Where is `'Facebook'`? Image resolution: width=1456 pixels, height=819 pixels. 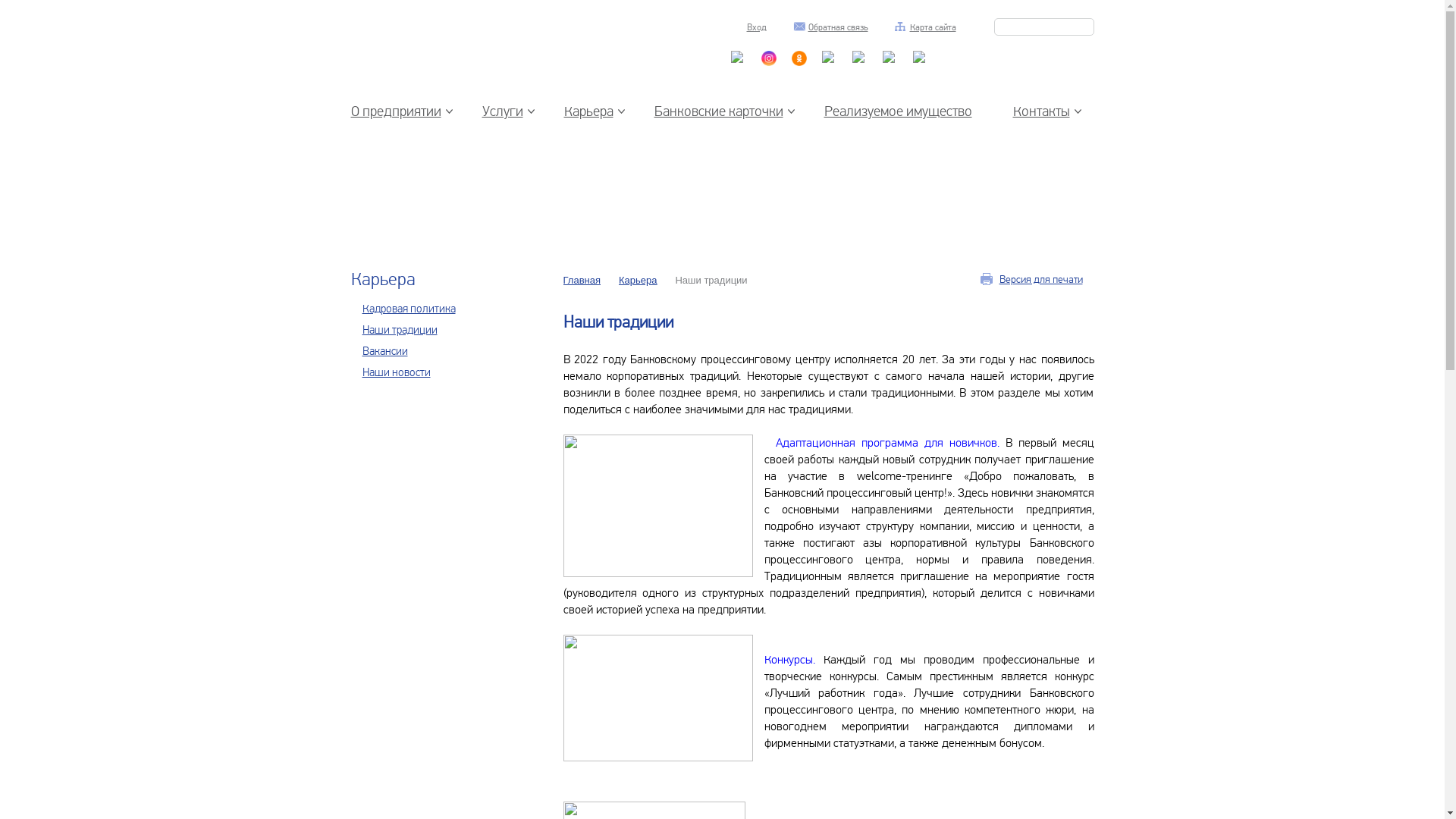
'Facebook' is located at coordinates (920, 71).